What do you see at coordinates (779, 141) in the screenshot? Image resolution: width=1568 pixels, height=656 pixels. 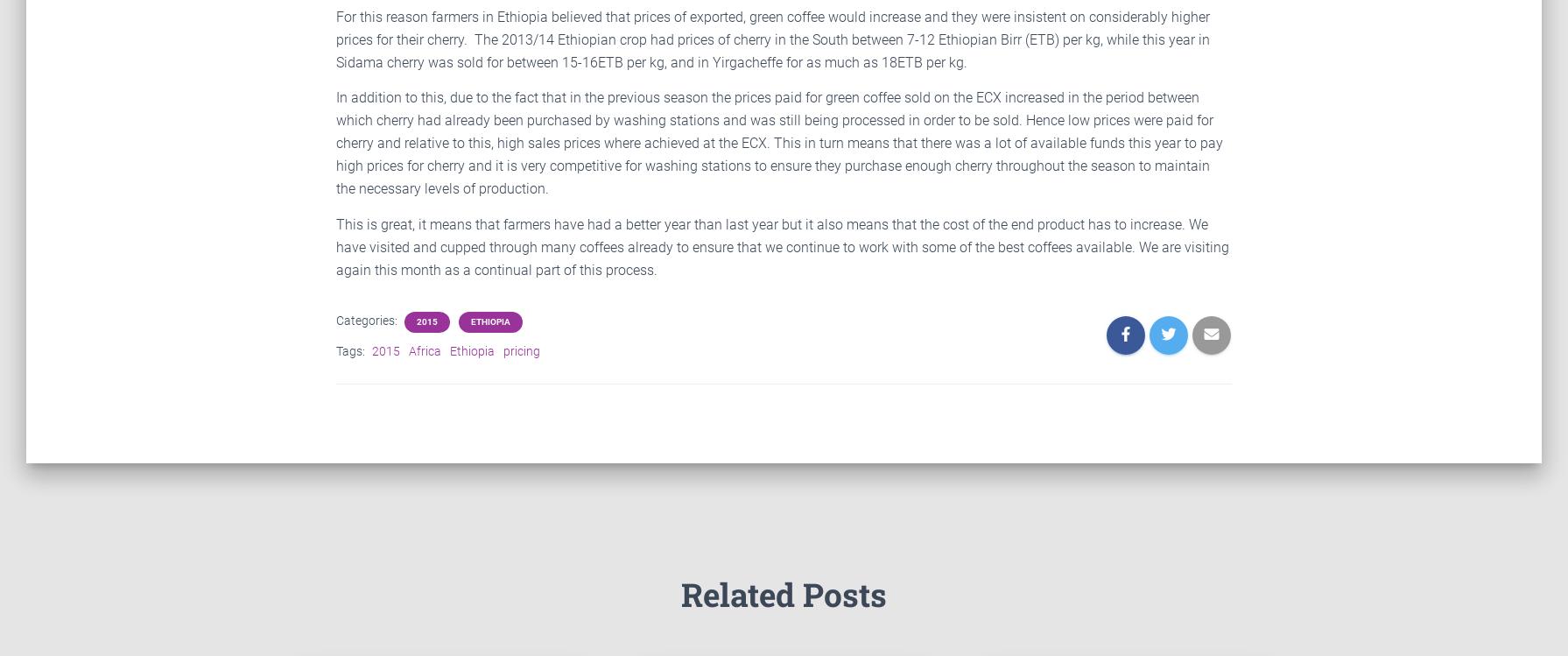 I see `'In addition to this, due to the fact that in the previous season the prices paid for green coffee sold on the ECX increased in the period between which cherry had already been purchased by washing stations and was still being processed in order to be sold. Hence low prices were paid for cherry and relative to this, high sales prices where achieved at the ECX. This in turn means that there was a lot of available funds this year to pay high prices for cherry and it is very competitive for washing stations to ensure they purchase enough cherry throughout the season to maintain the necessary levels of production.'` at bounding box center [779, 141].